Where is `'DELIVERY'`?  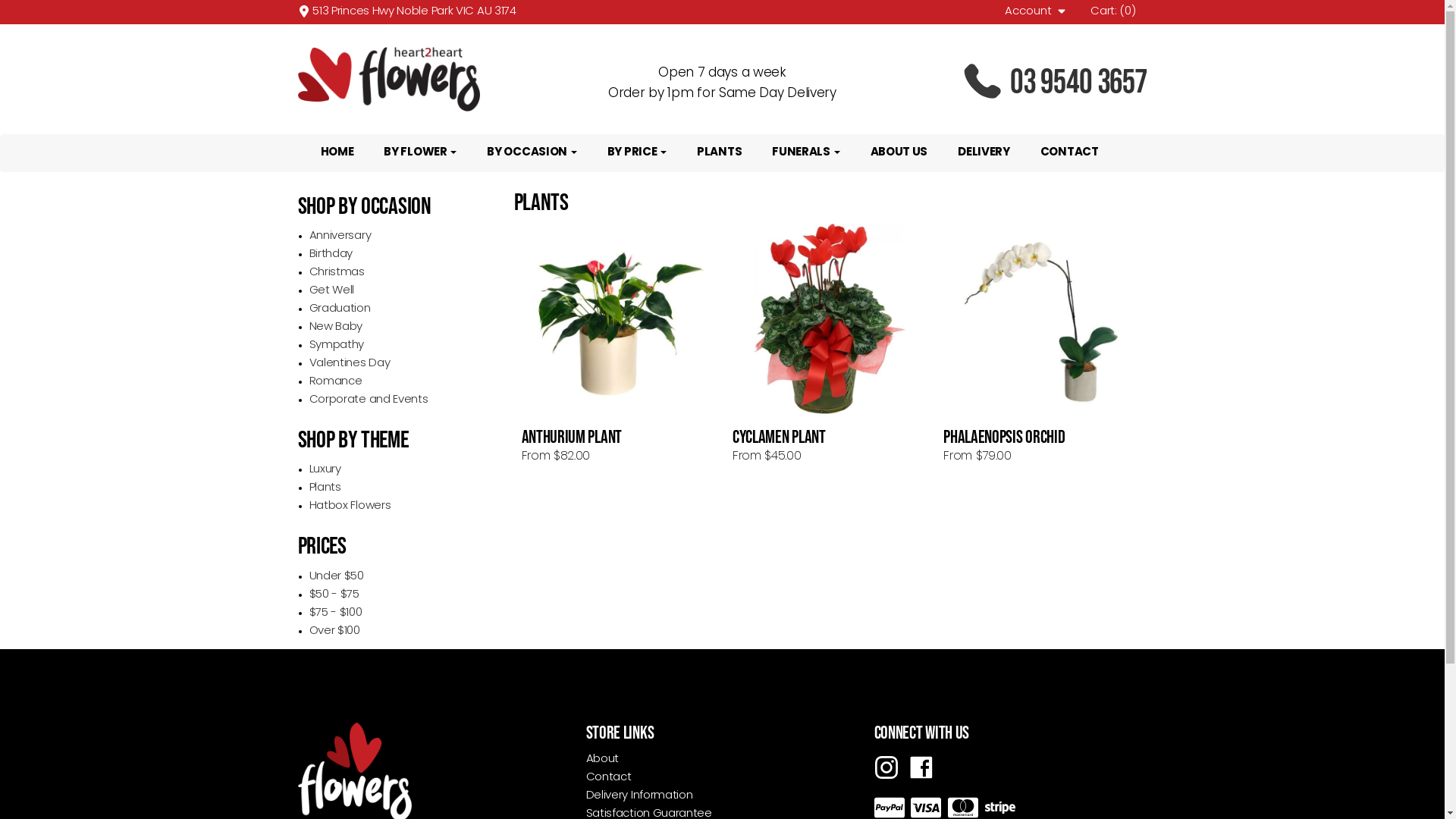
'DELIVERY' is located at coordinates (984, 152).